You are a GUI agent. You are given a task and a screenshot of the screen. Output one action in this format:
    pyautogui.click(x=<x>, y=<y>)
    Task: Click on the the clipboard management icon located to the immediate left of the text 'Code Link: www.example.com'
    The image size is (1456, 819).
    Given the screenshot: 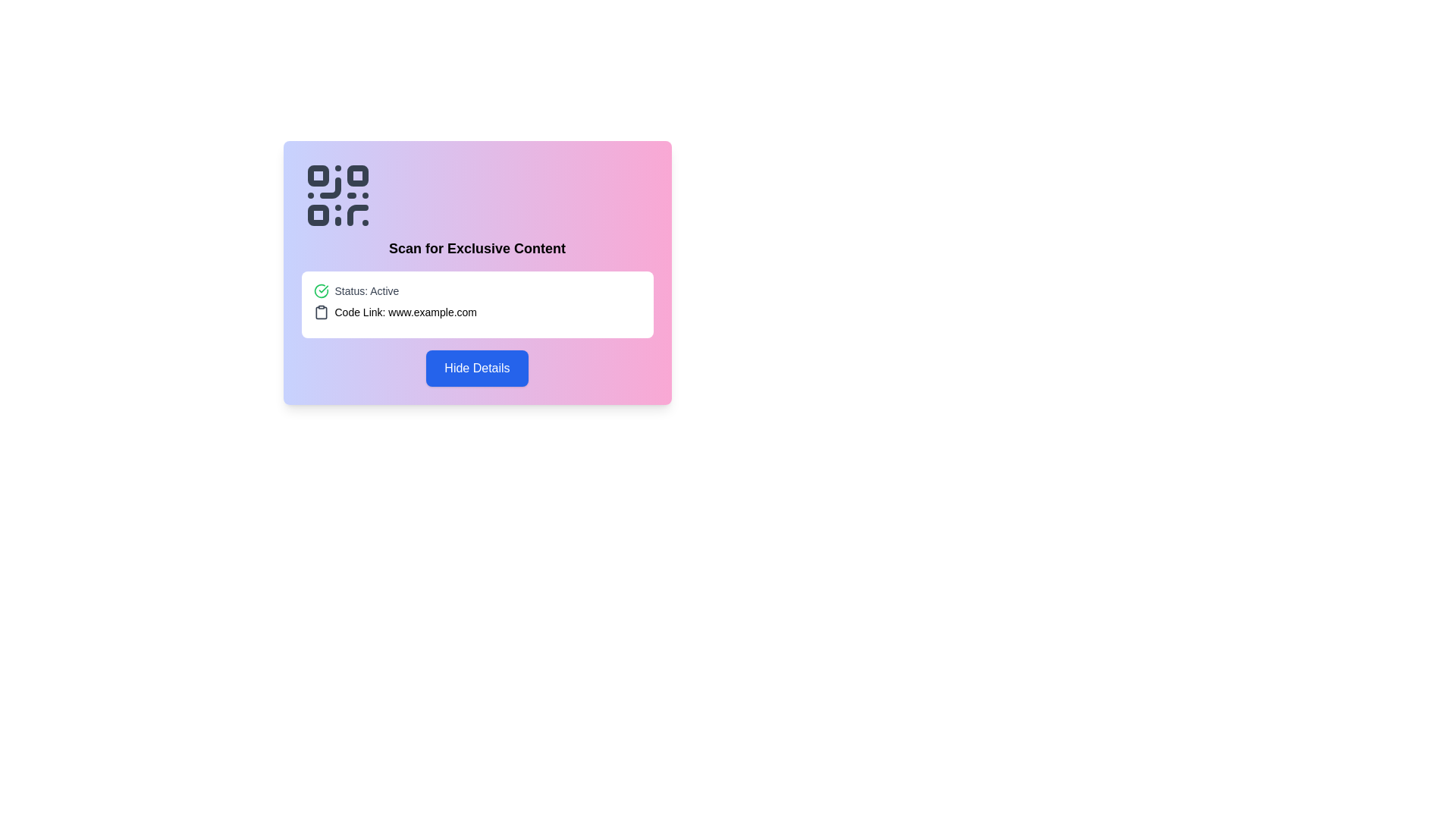 What is the action you would take?
    pyautogui.click(x=320, y=312)
    